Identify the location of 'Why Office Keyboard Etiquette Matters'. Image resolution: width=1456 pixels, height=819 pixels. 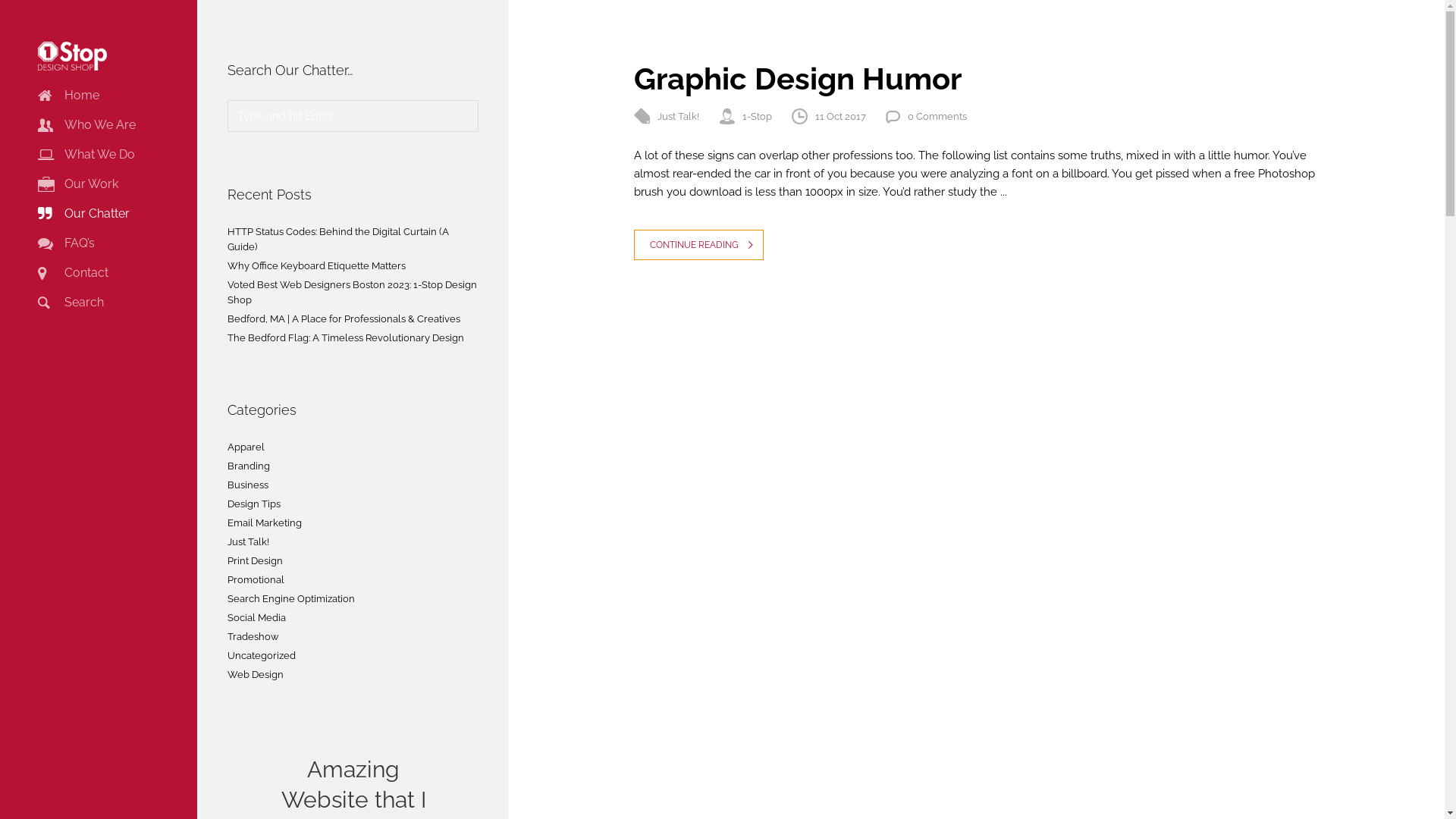
(315, 265).